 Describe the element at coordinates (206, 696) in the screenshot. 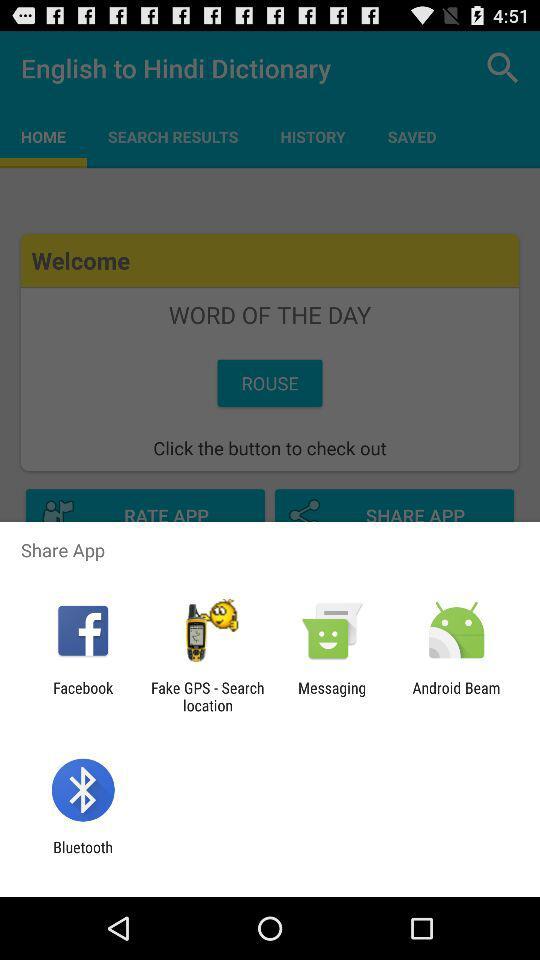

I see `the icon next to the facebook app` at that location.